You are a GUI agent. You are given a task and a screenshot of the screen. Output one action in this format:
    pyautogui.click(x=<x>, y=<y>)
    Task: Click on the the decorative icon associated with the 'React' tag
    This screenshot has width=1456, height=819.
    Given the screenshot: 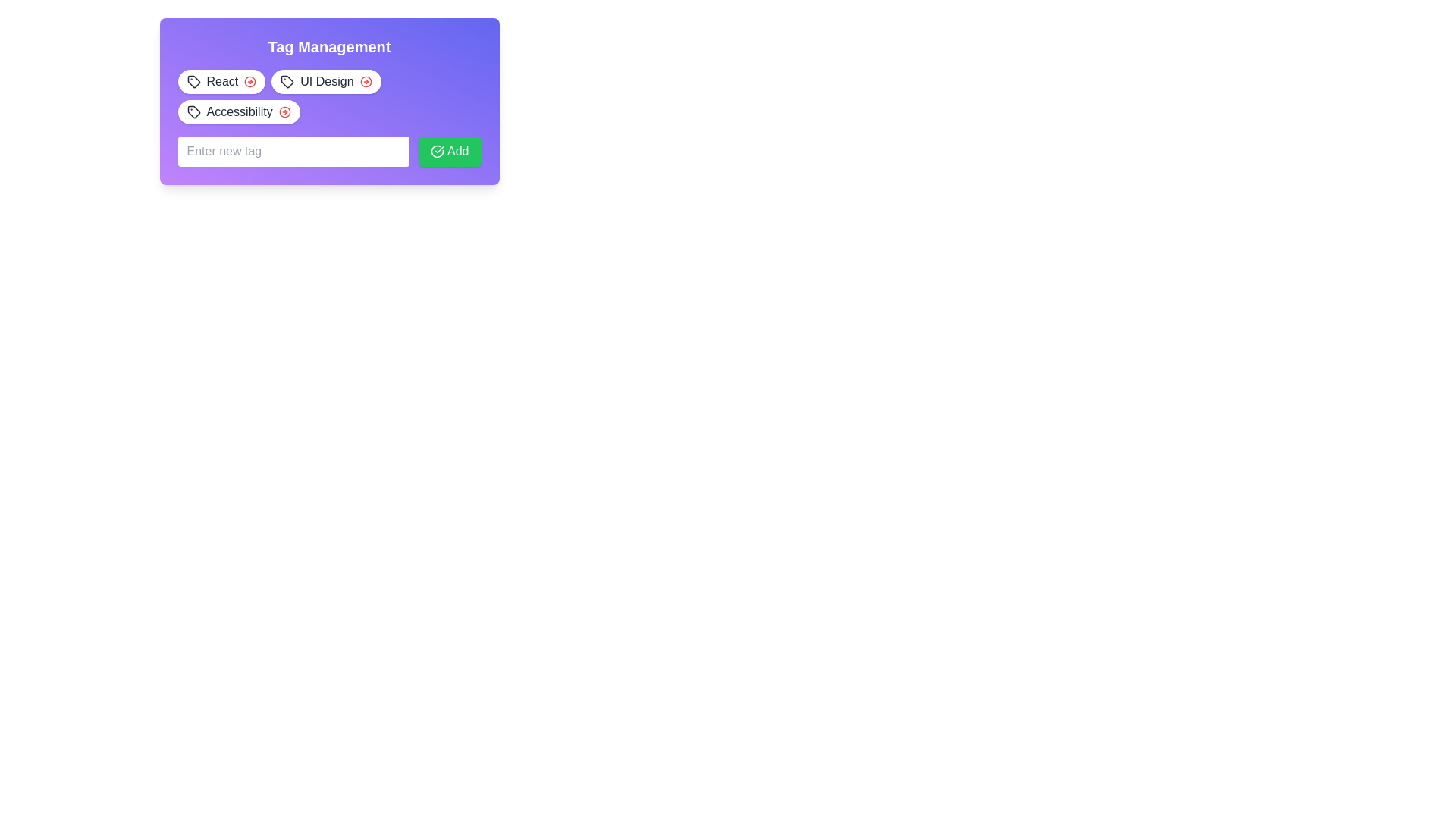 What is the action you would take?
    pyautogui.click(x=193, y=82)
    